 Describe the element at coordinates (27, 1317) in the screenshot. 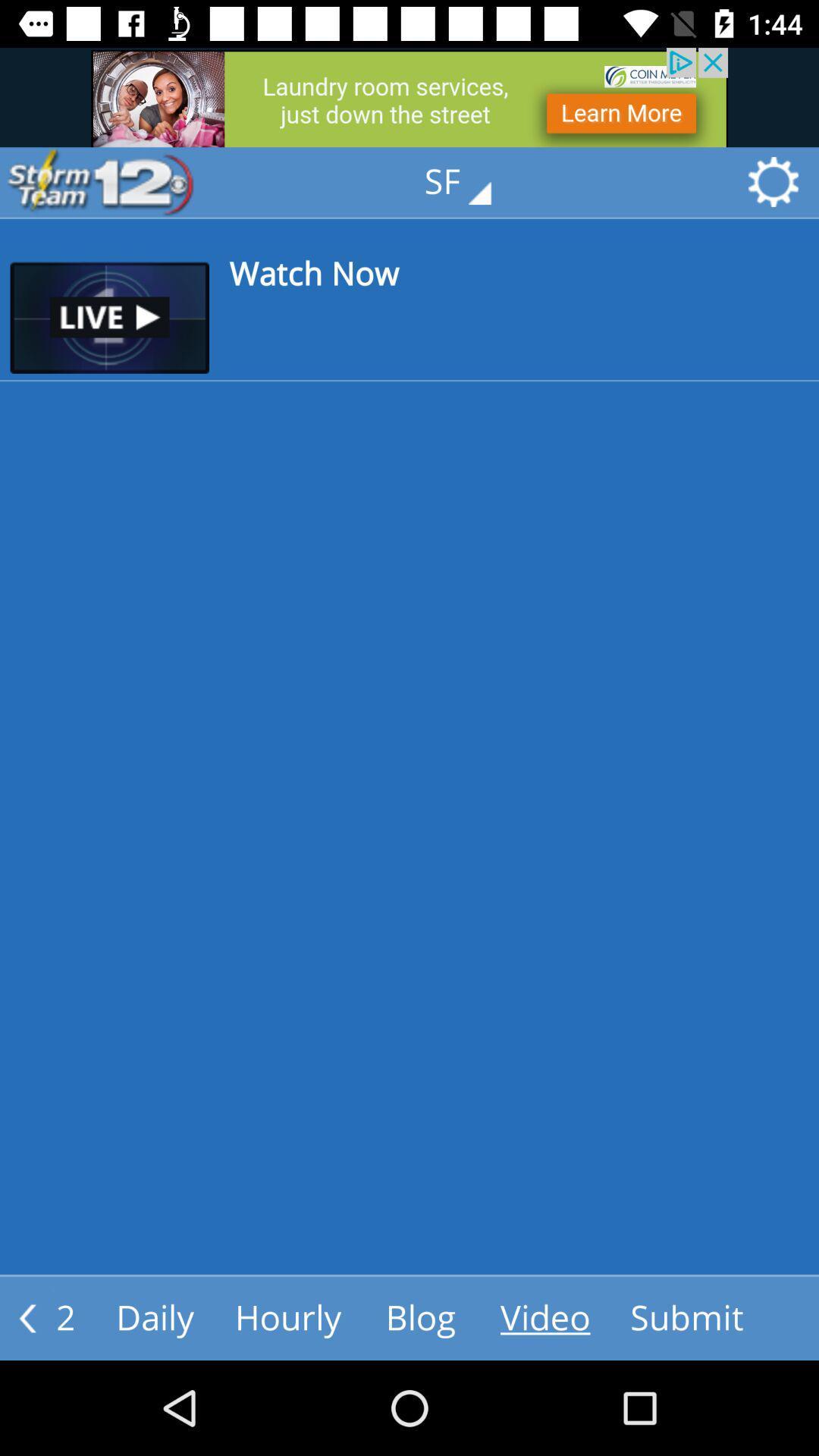

I see `the arrow_backward icon` at that location.